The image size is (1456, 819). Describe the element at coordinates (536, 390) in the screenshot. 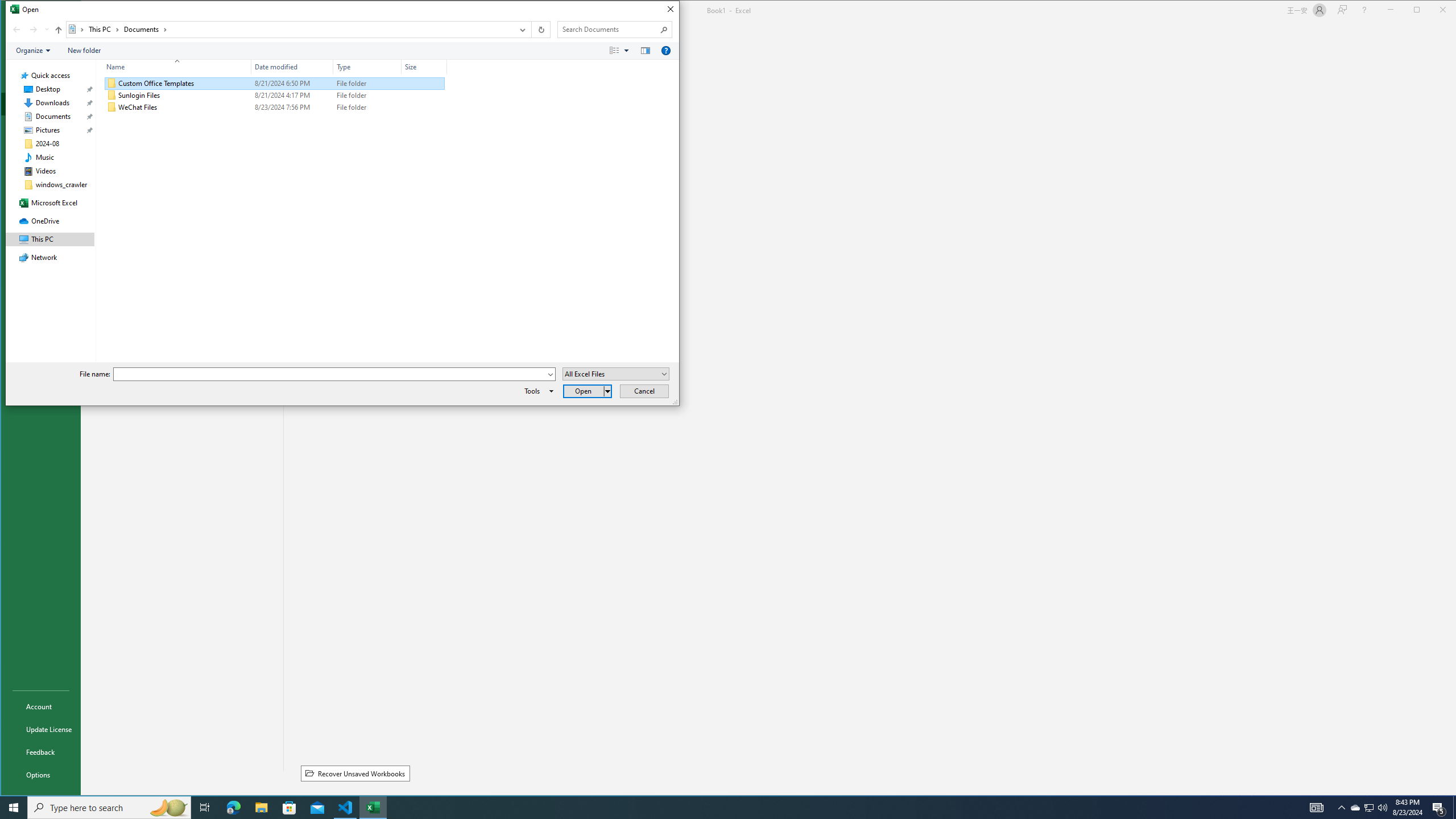

I see `'Tools'` at that location.